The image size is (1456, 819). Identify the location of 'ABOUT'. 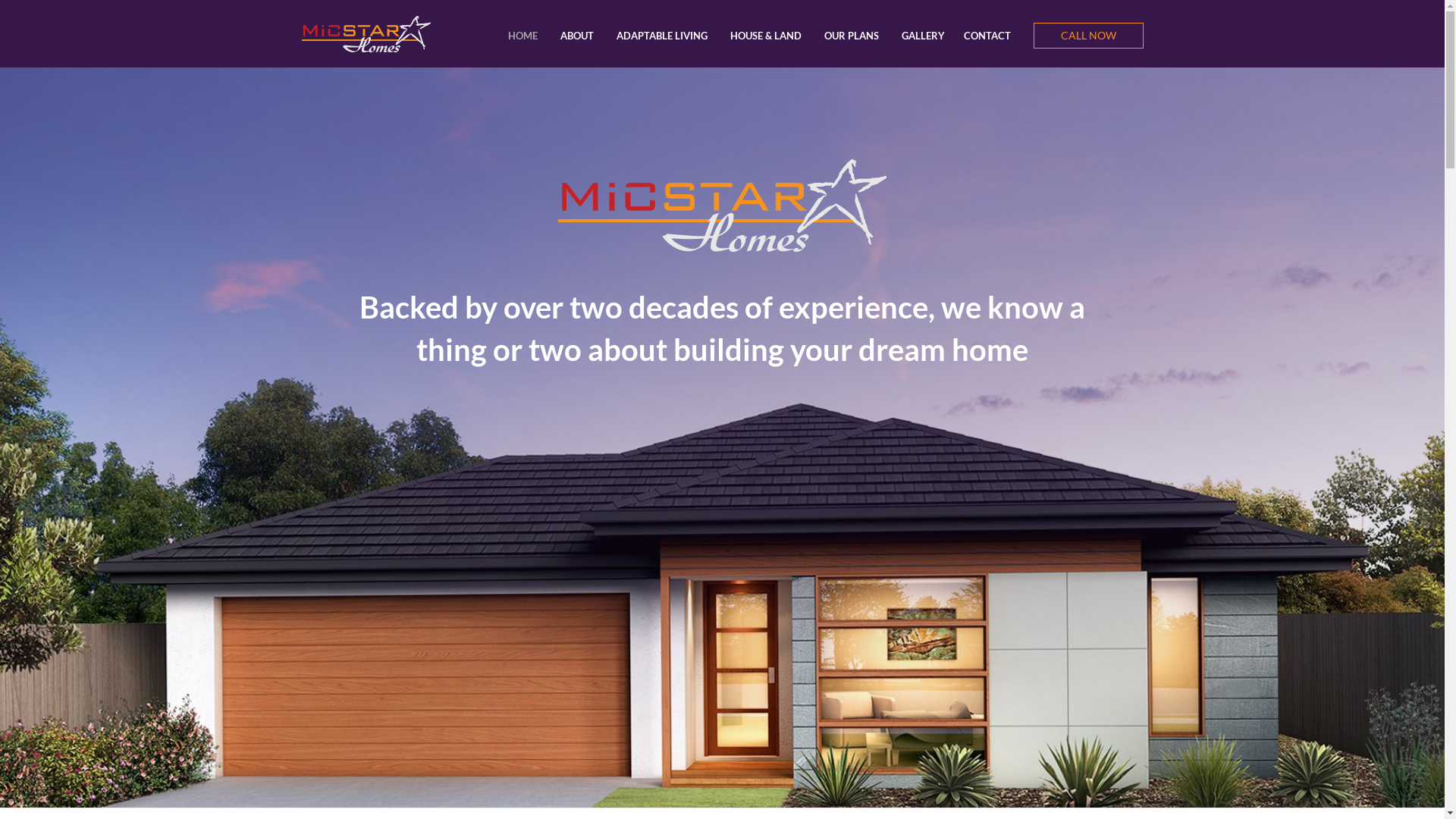
(575, 34).